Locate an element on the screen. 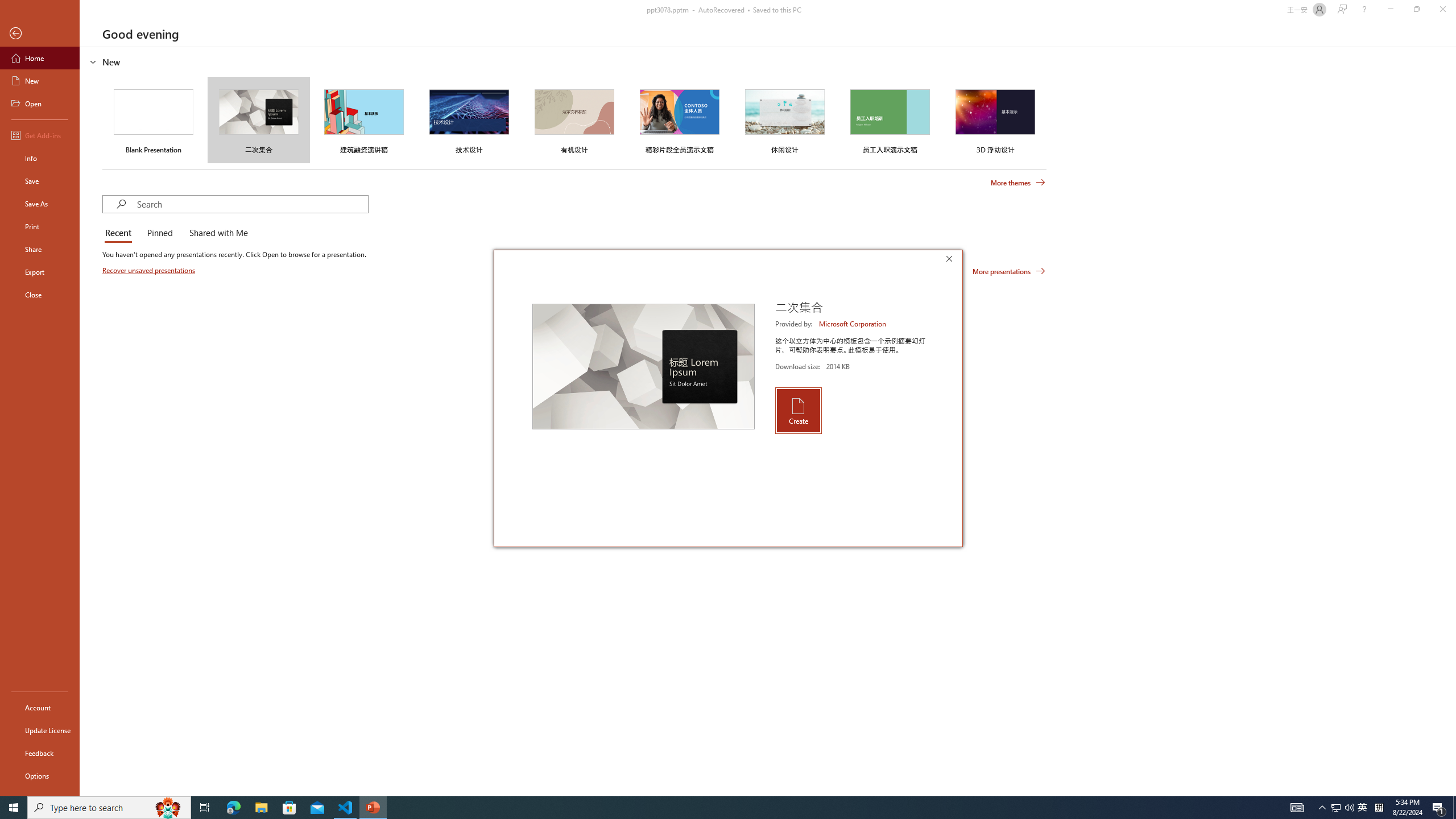 The image size is (1456, 819). 'New' is located at coordinates (39, 80).